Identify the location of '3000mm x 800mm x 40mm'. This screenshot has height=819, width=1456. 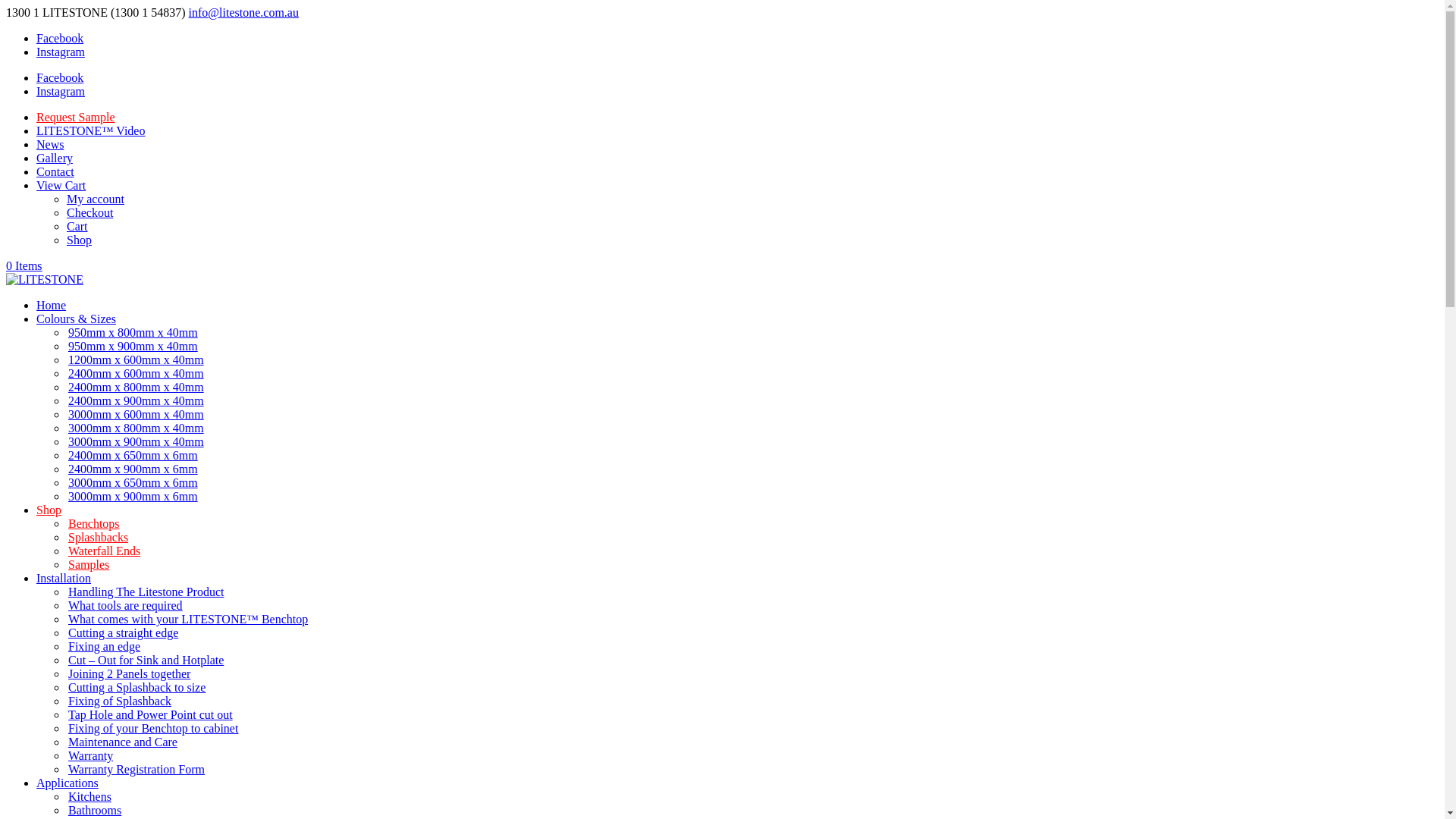
(136, 428).